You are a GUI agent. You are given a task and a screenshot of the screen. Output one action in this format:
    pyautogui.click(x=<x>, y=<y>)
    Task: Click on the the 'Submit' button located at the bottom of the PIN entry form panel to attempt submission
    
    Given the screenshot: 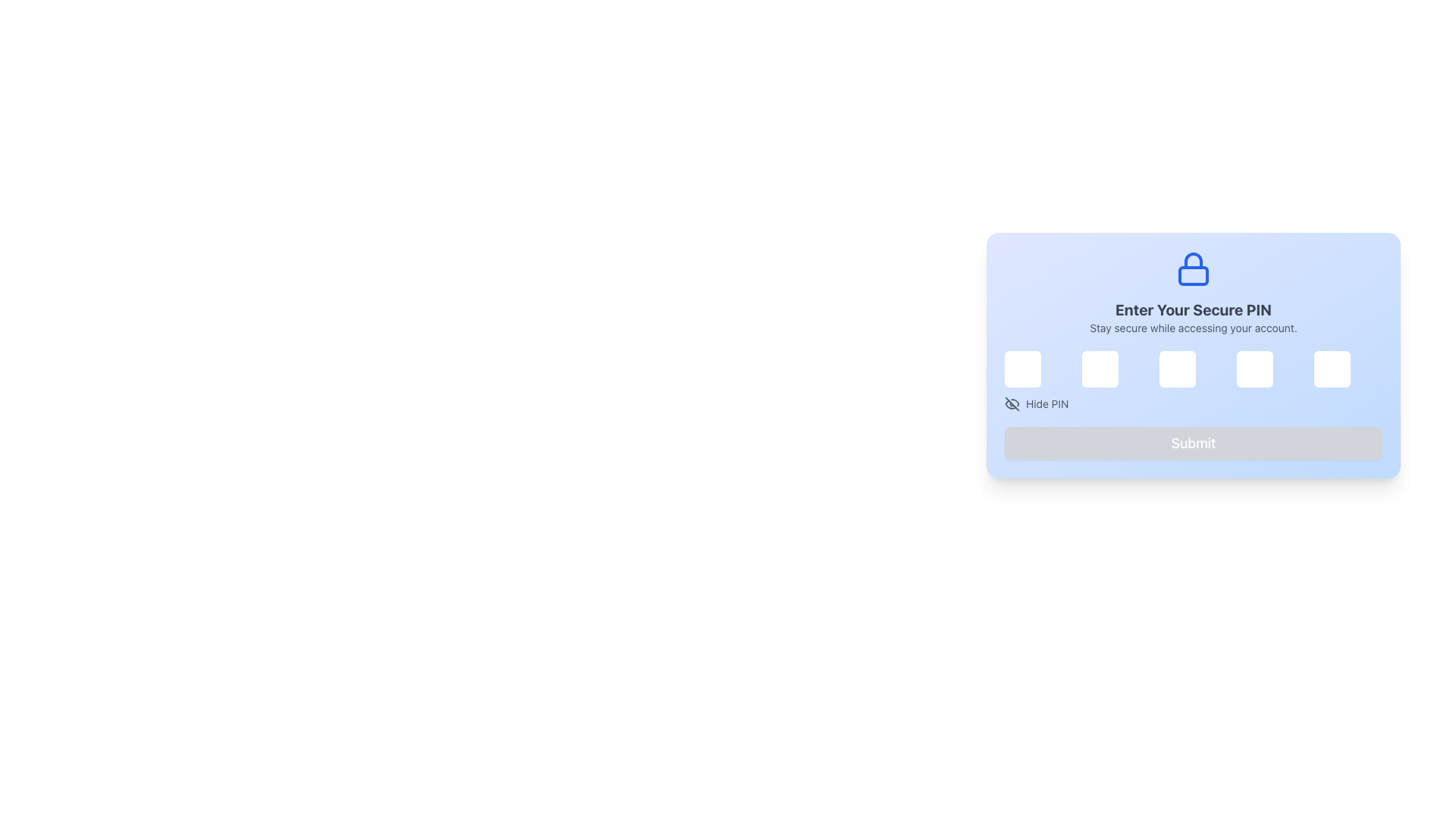 What is the action you would take?
    pyautogui.click(x=1193, y=444)
    